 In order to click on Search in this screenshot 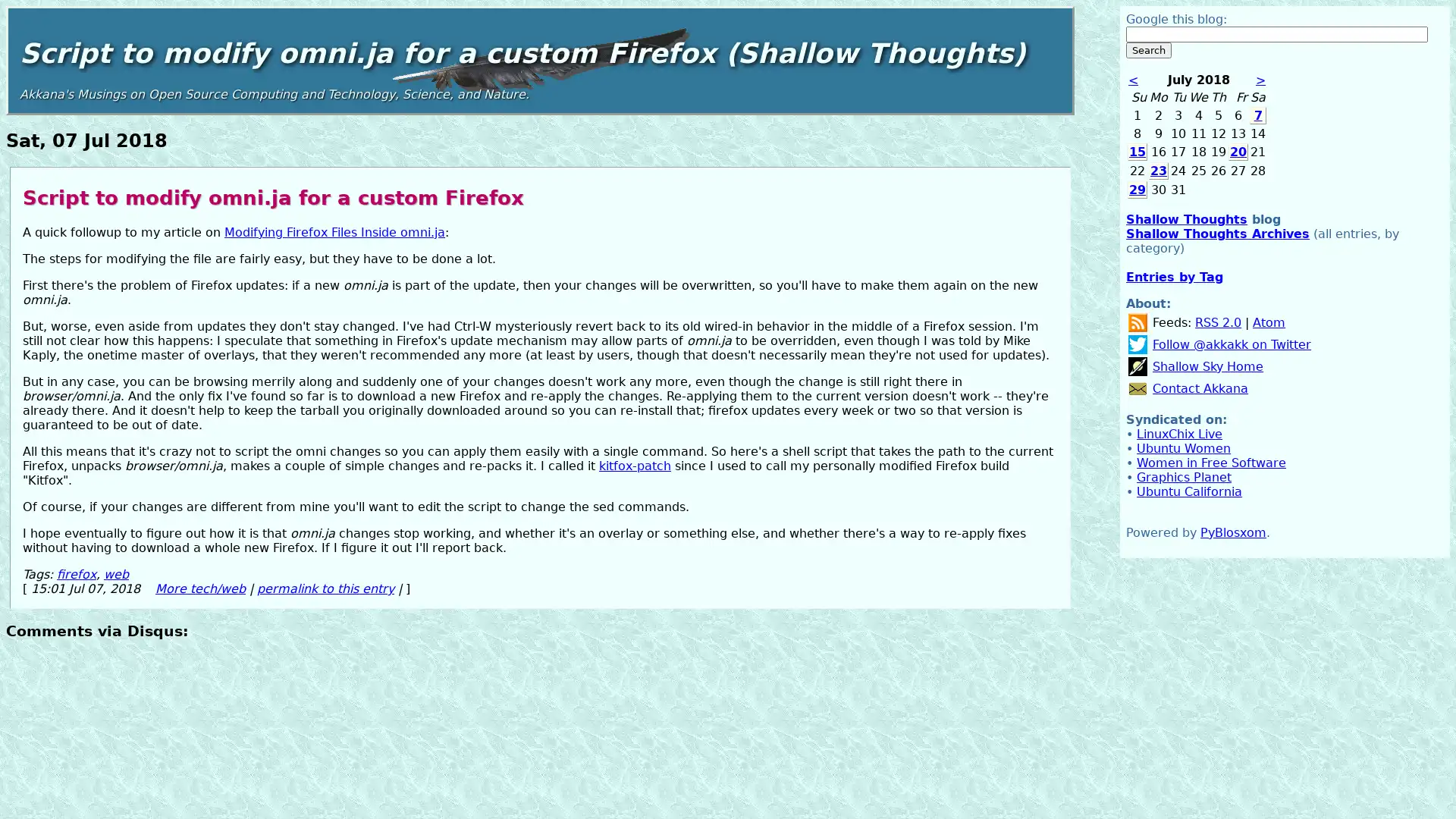, I will do `click(1149, 49)`.